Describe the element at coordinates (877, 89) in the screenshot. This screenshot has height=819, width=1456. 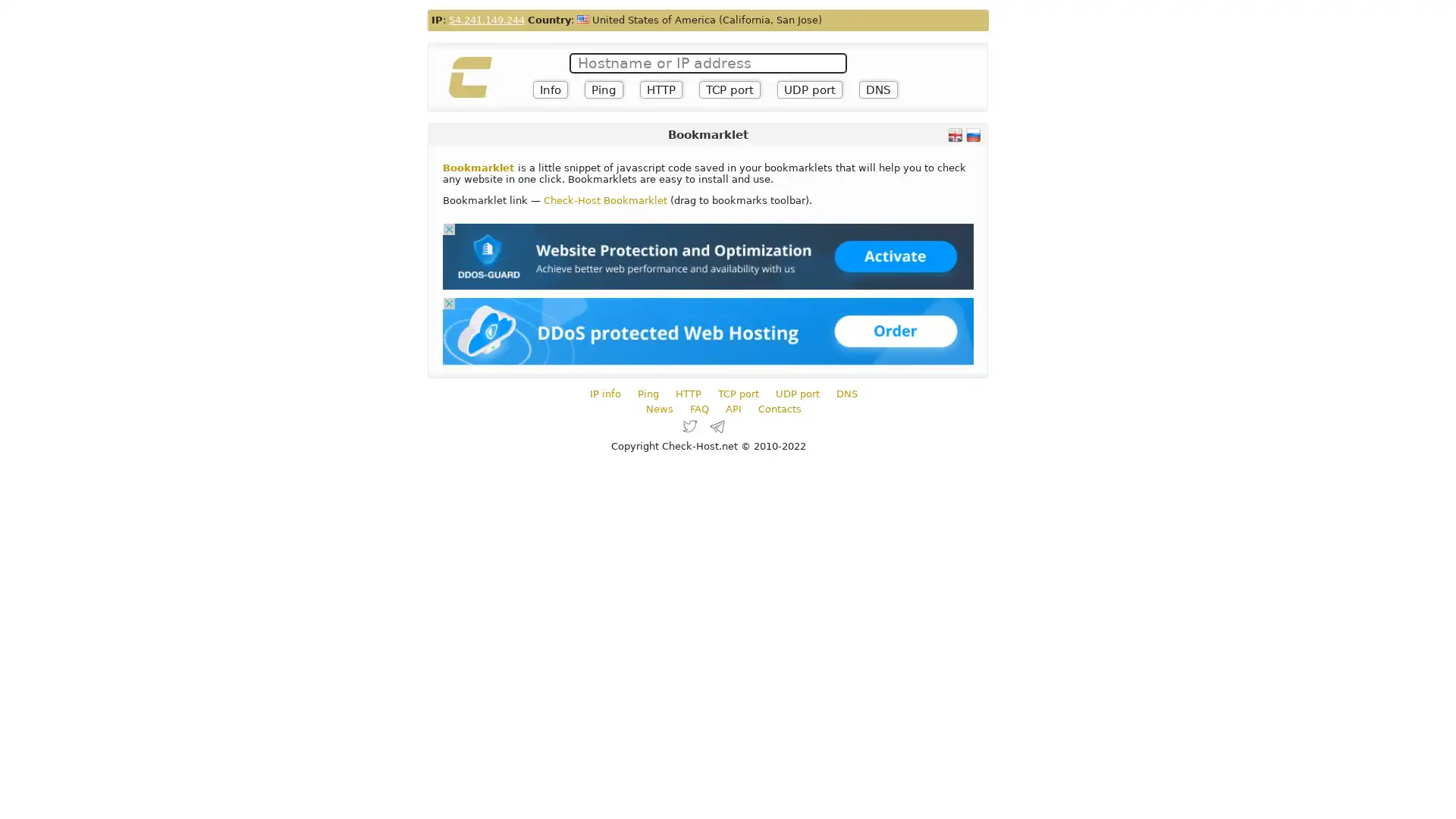
I see `DNS` at that location.